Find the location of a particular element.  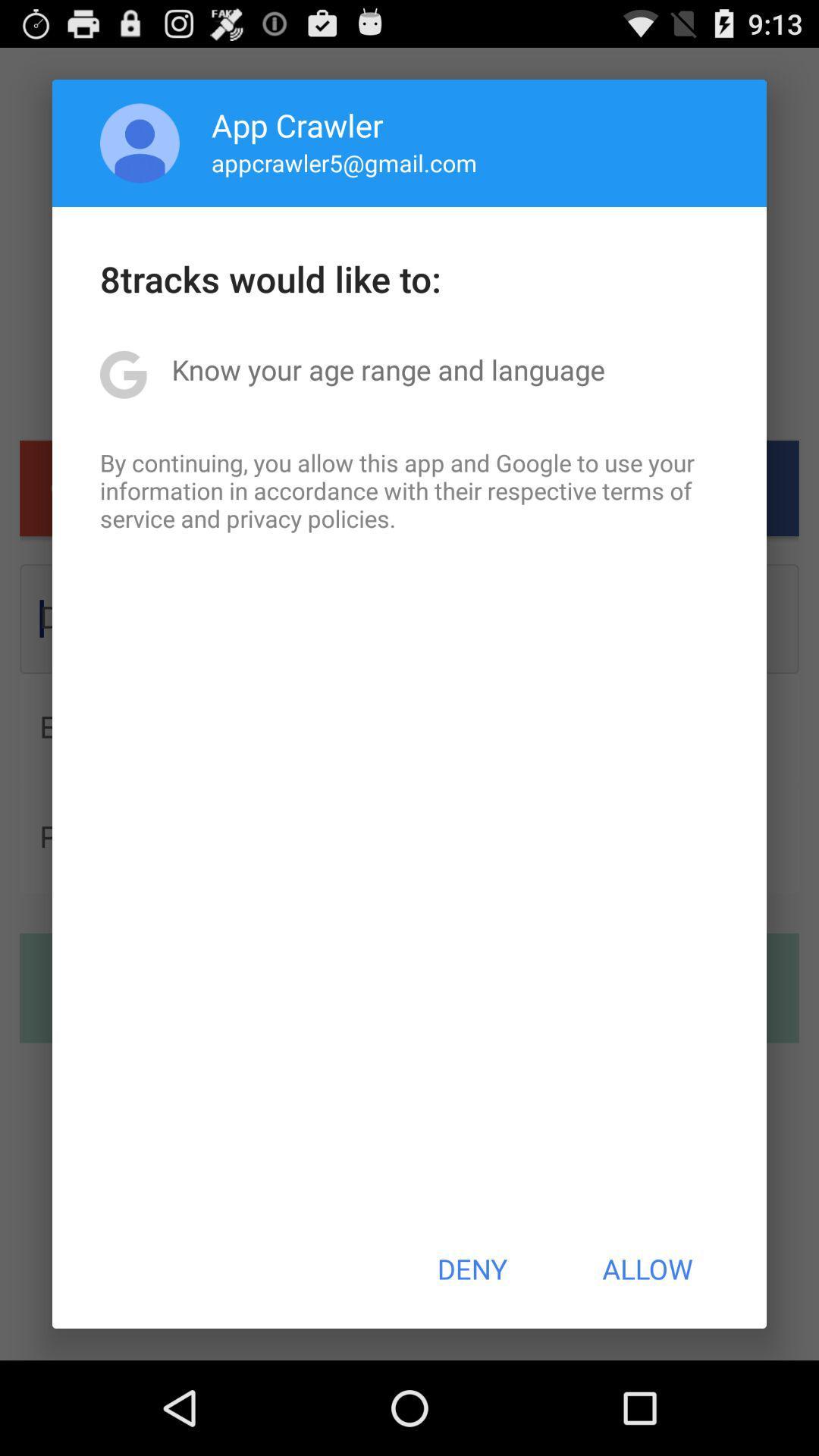

the app crawler app is located at coordinates (297, 124).